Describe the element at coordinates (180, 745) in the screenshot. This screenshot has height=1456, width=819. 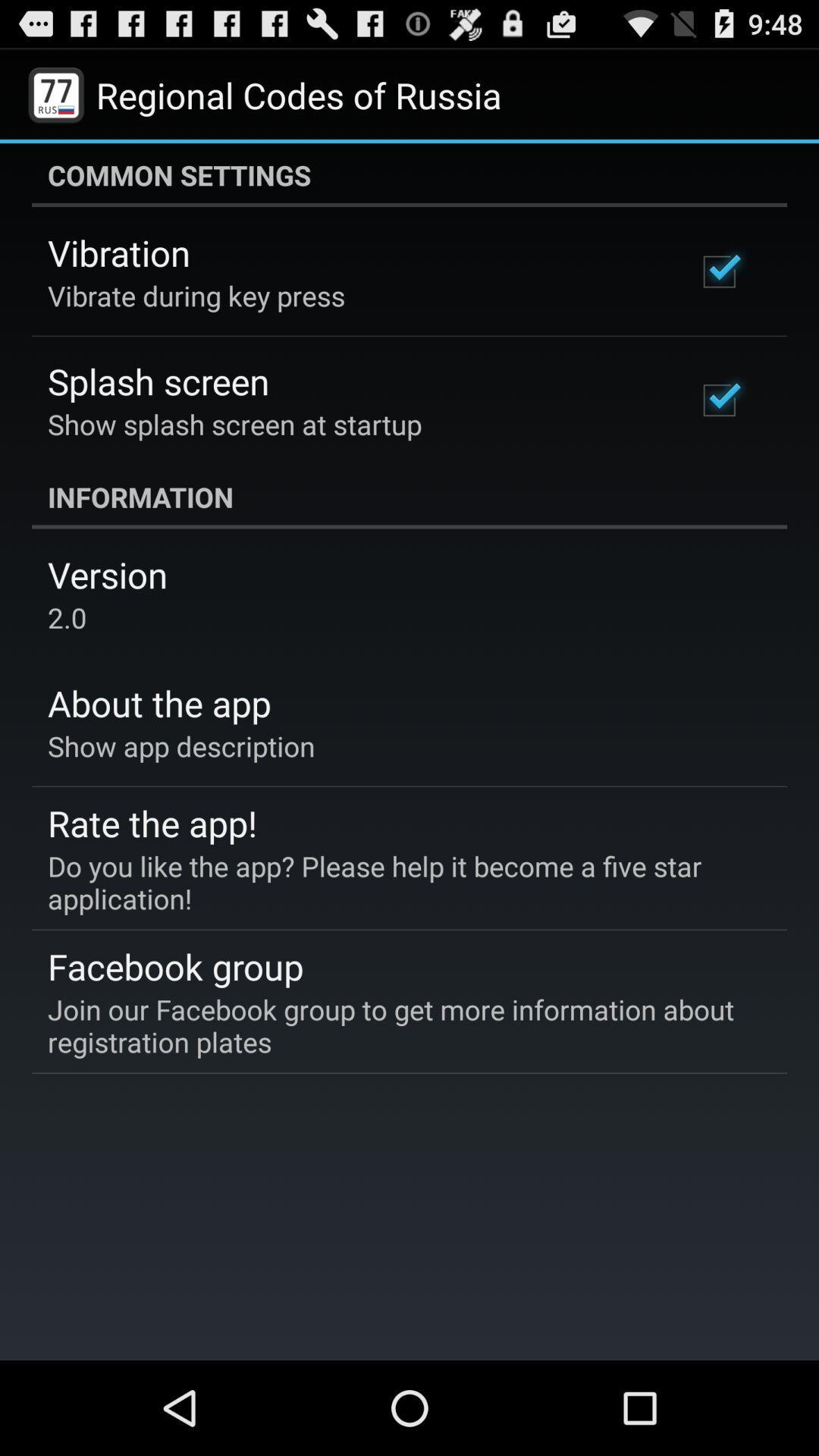
I see `app below the about the app` at that location.